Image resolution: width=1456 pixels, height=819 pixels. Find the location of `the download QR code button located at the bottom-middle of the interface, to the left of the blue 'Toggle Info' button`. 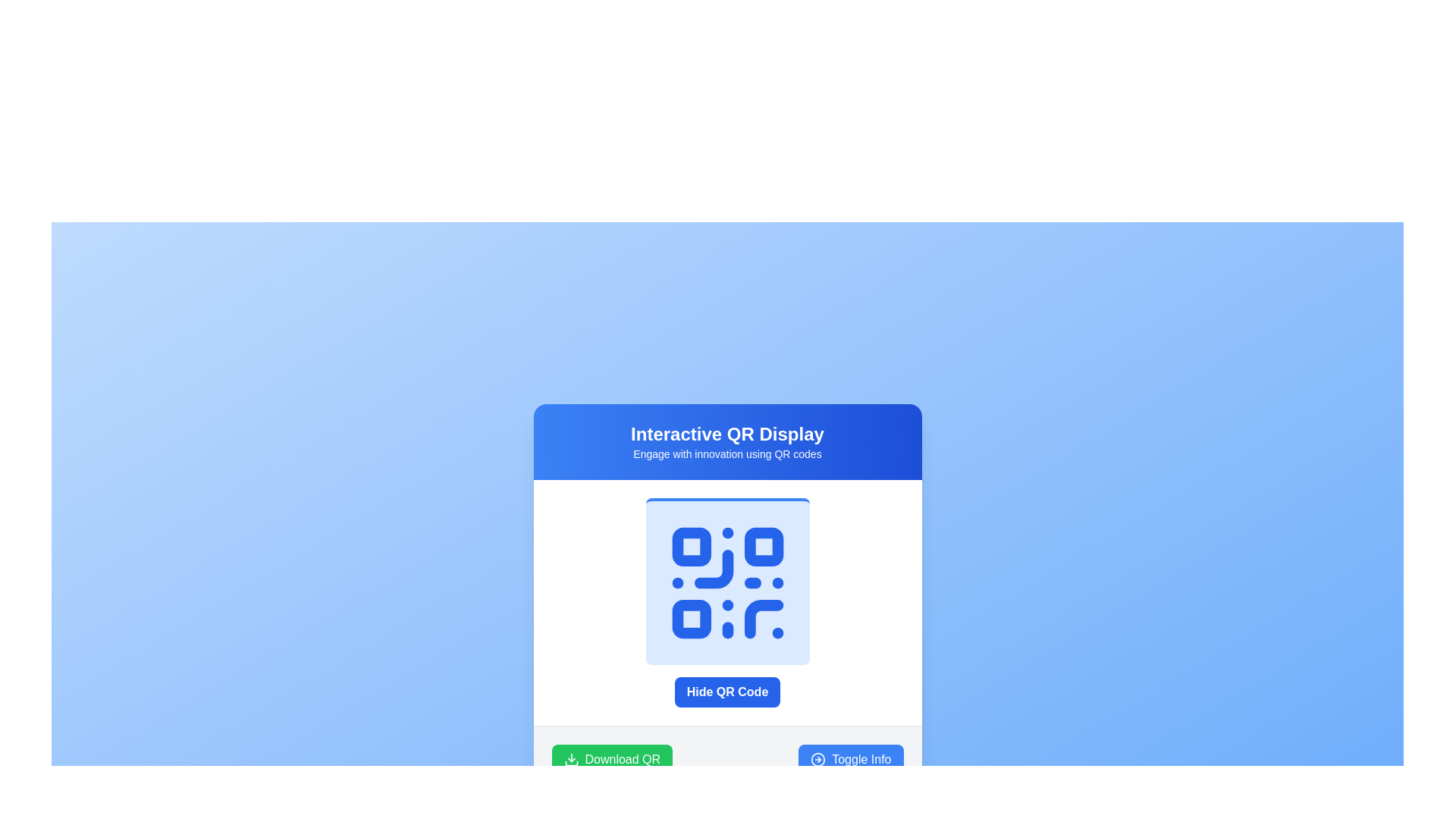

the download QR code button located at the bottom-middle of the interface, to the left of the blue 'Toggle Info' button is located at coordinates (612, 759).